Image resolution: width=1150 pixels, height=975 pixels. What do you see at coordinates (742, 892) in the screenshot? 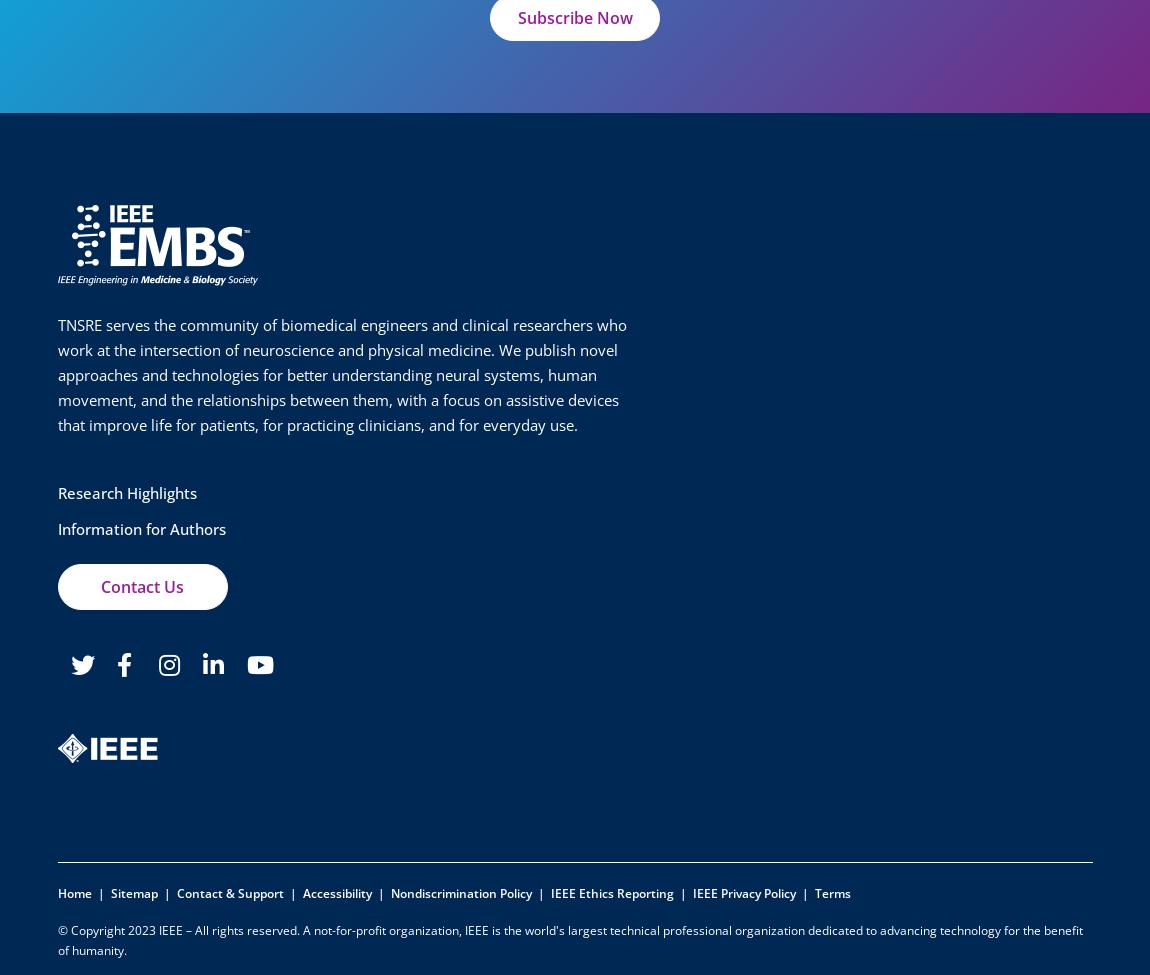
I see `'IEEE Privacy Policy'` at bounding box center [742, 892].